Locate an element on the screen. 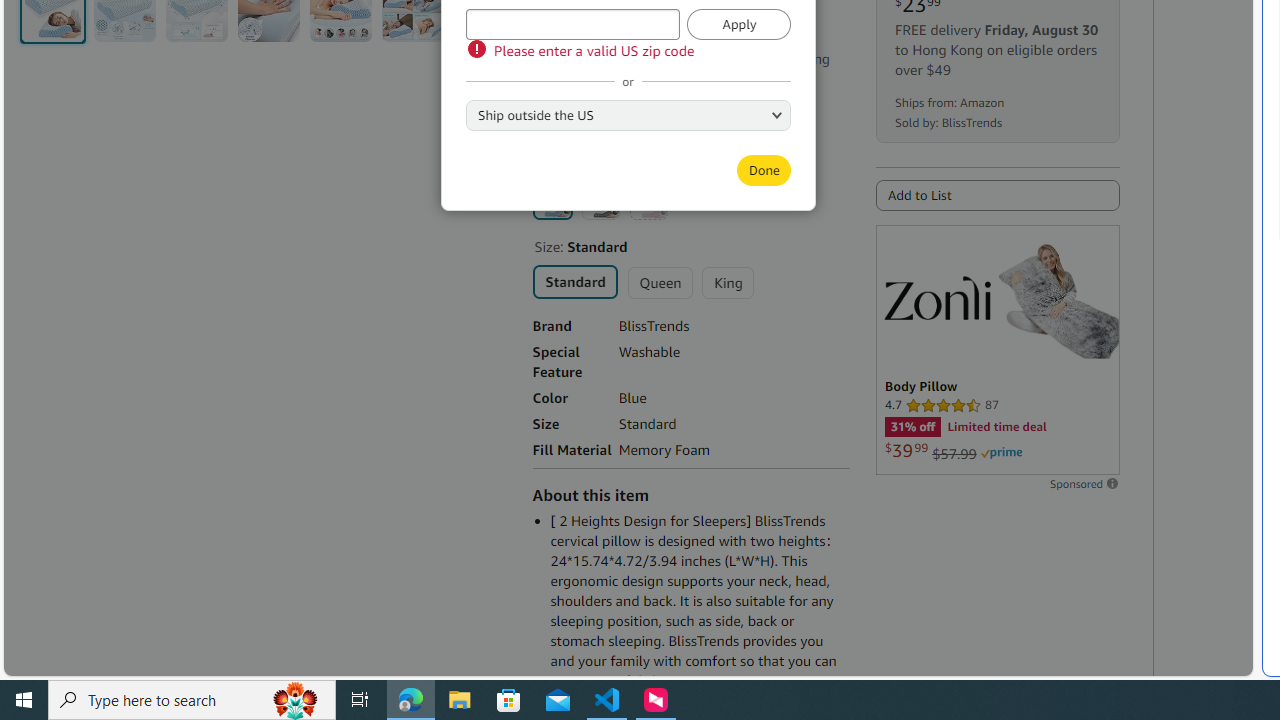 The height and width of the screenshot is (720, 1280). 'Add to List' is located at coordinates (997, 195).